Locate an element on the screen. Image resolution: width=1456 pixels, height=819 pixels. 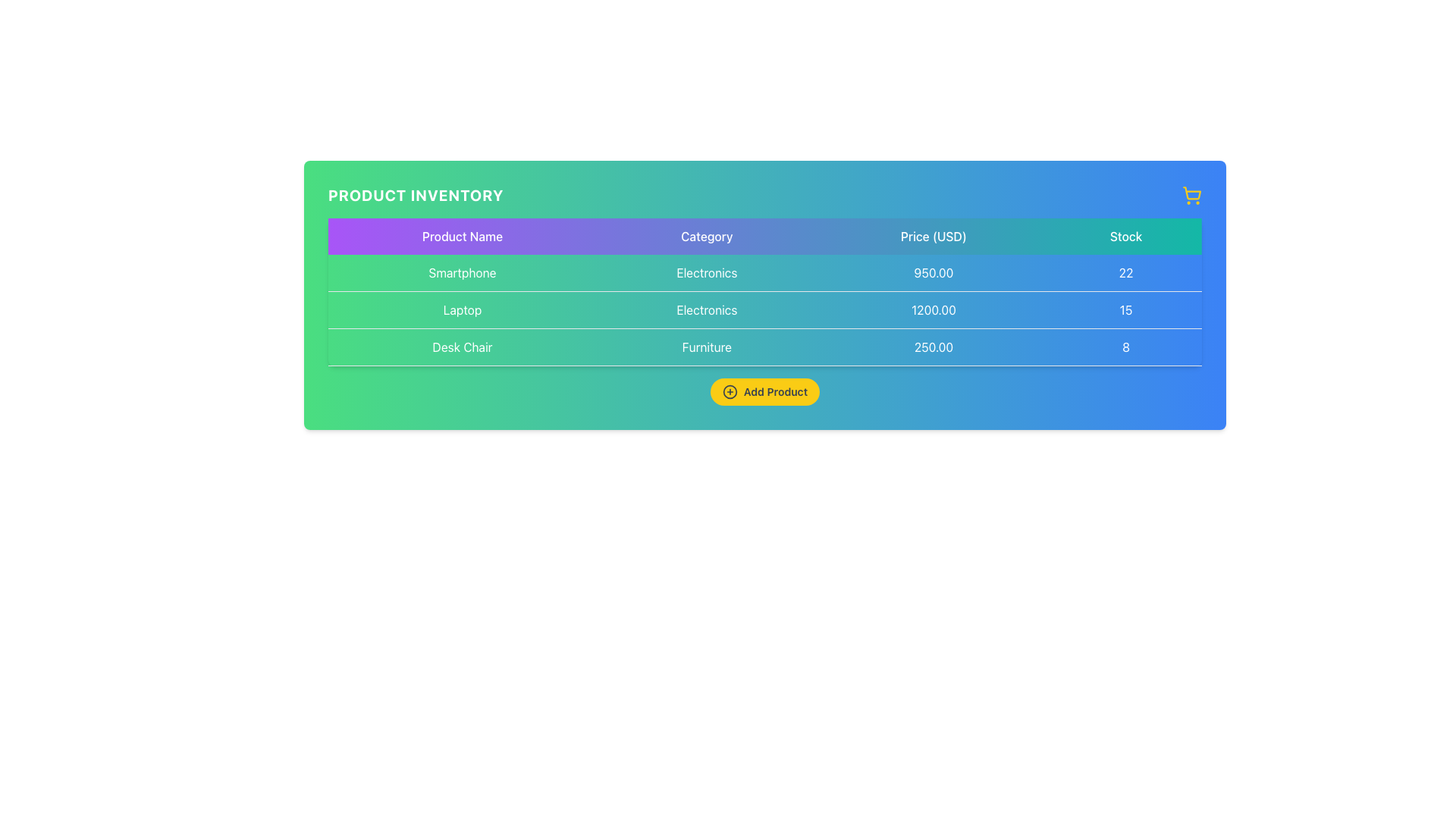
the 'Electronics' text label indicating the category of the 'Laptop' product in the inventory table is located at coordinates (706, 309).